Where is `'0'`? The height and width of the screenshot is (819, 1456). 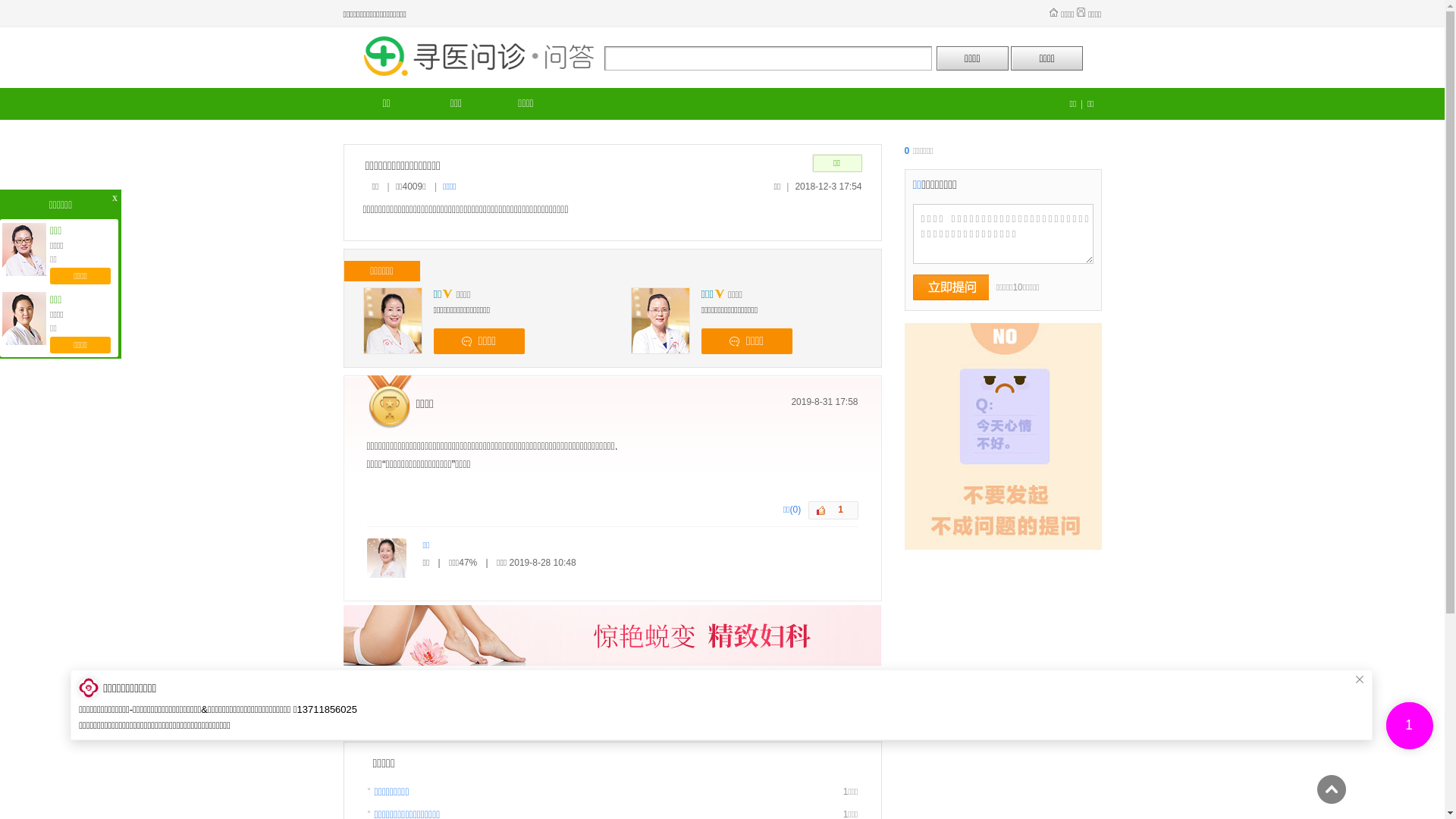 '0' is located at coordinates (903, 151).